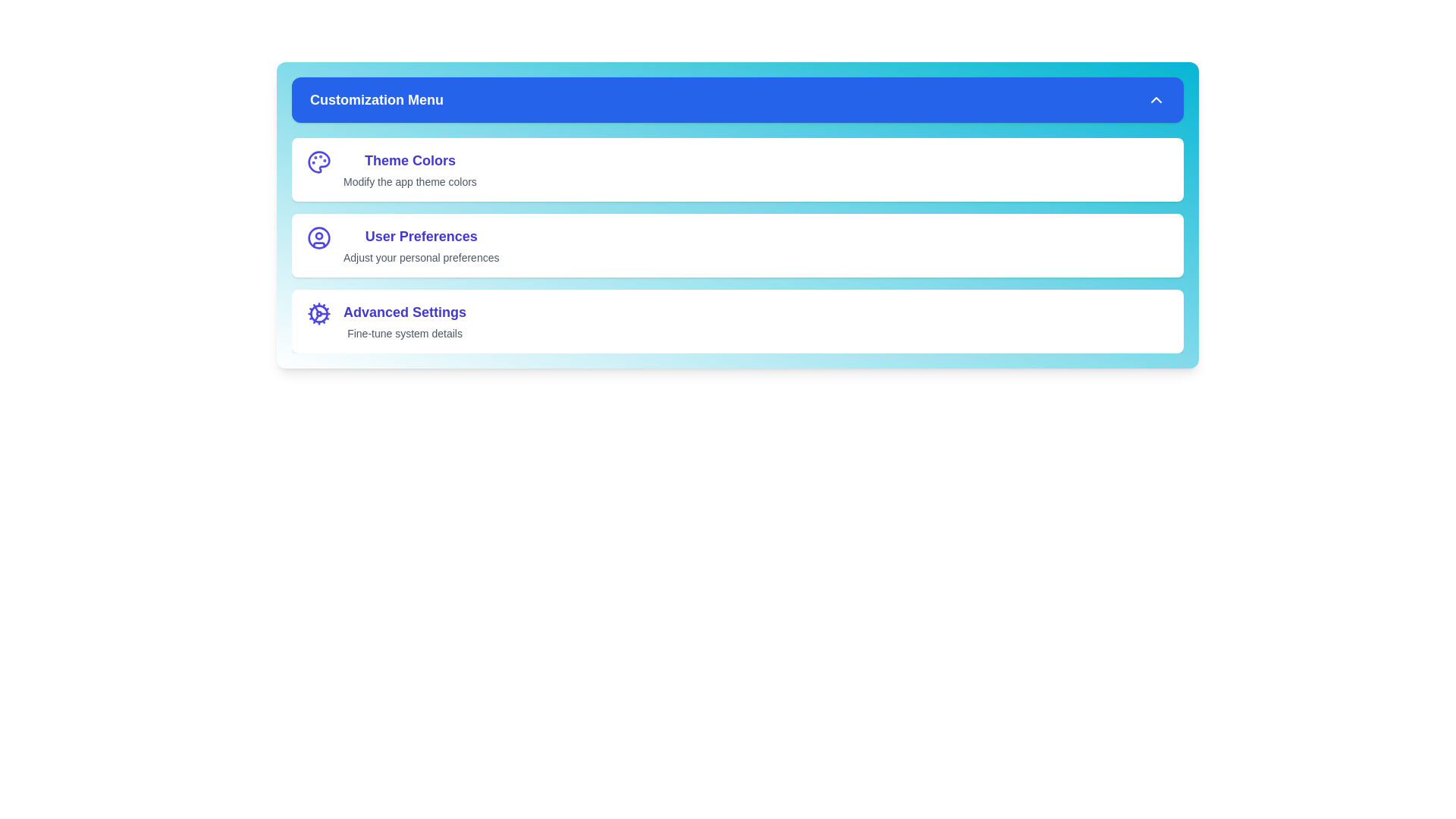 Image resolution: width=1456 pixels, height=819 pixels. I want to click on the icon corresponding to Advanced Settings, so click(318, 312).